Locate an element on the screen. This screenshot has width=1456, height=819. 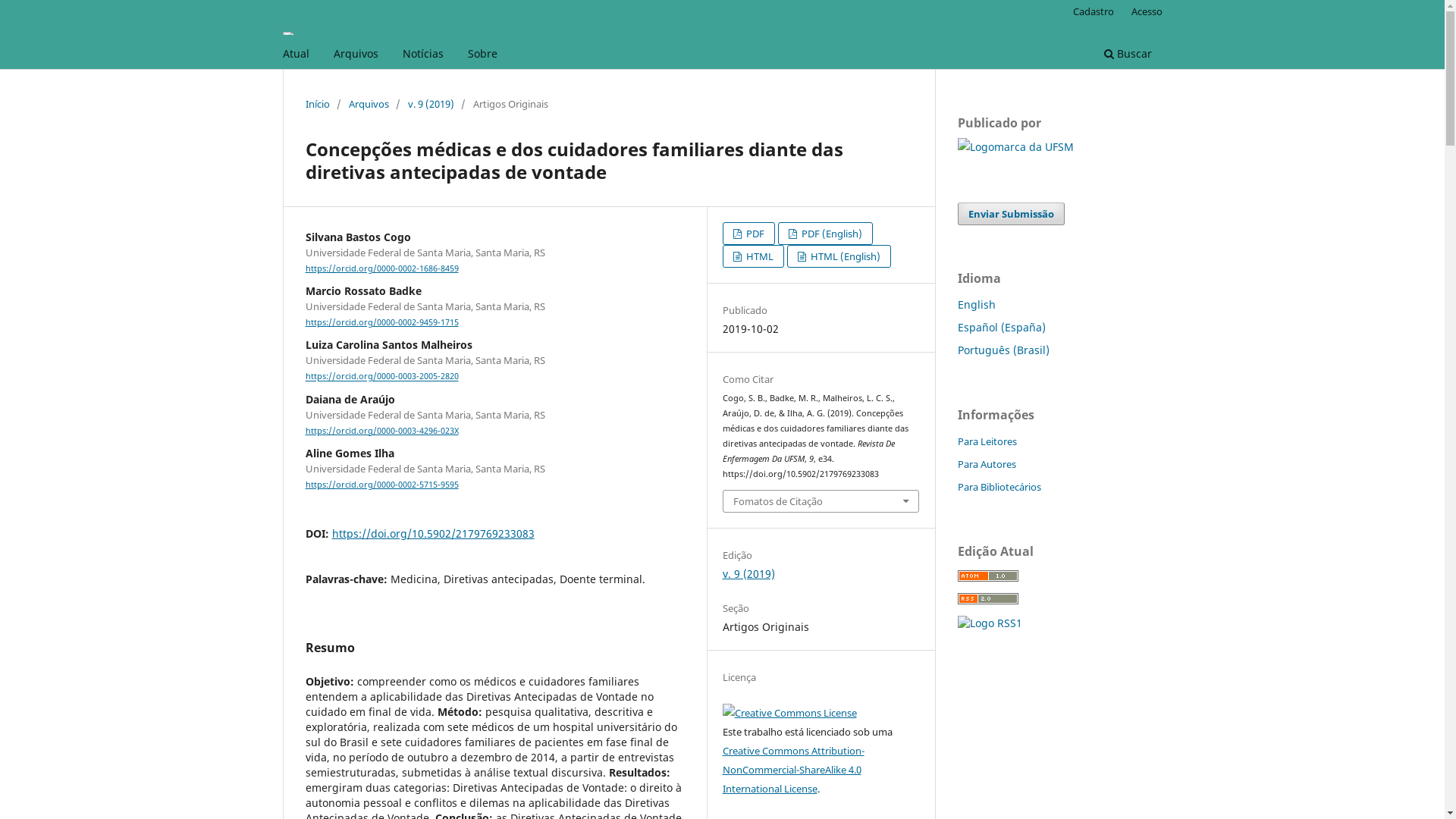
'Buscar' is located at coordinates (1127, 55).